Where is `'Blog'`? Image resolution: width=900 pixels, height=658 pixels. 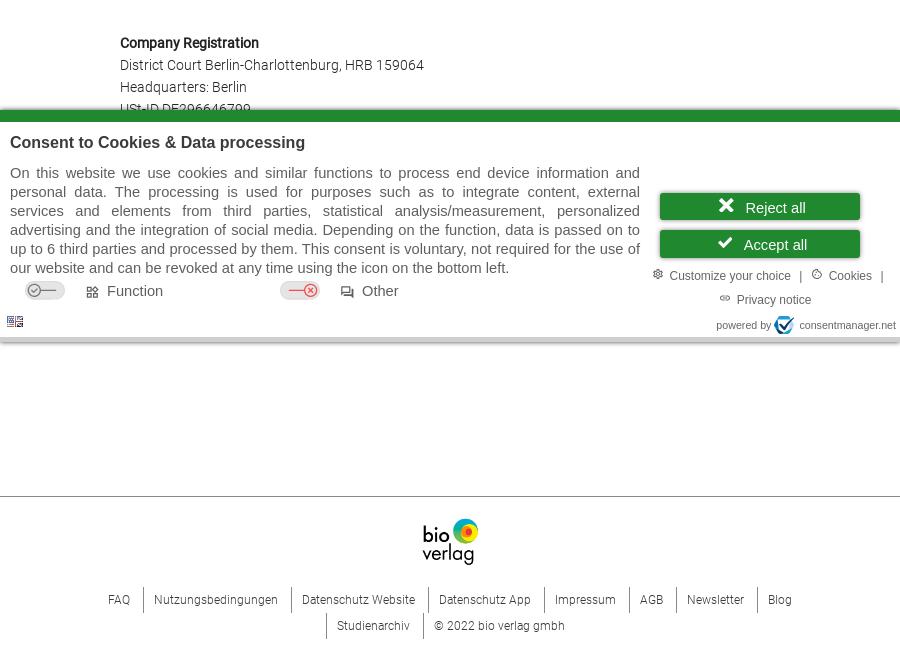
'Blog' is located at coordinates (779, 597).